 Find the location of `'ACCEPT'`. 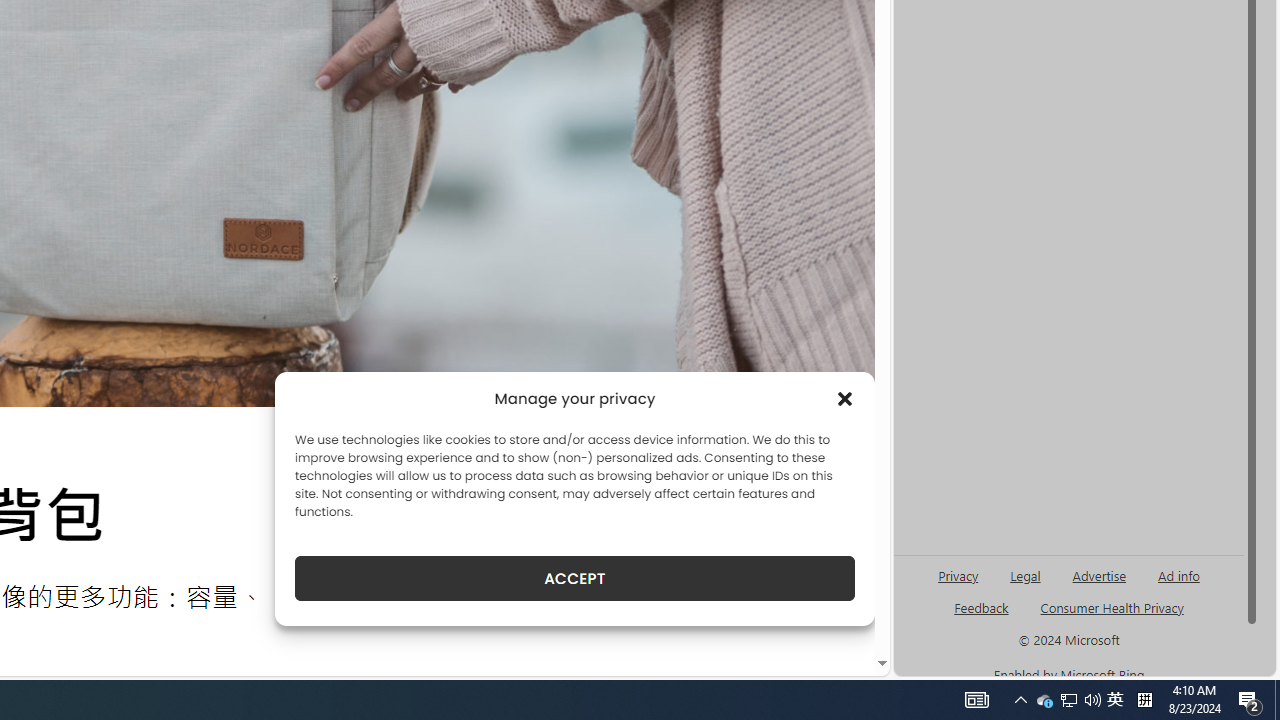

'ACCEPT' is located at coordinates (573, 578).